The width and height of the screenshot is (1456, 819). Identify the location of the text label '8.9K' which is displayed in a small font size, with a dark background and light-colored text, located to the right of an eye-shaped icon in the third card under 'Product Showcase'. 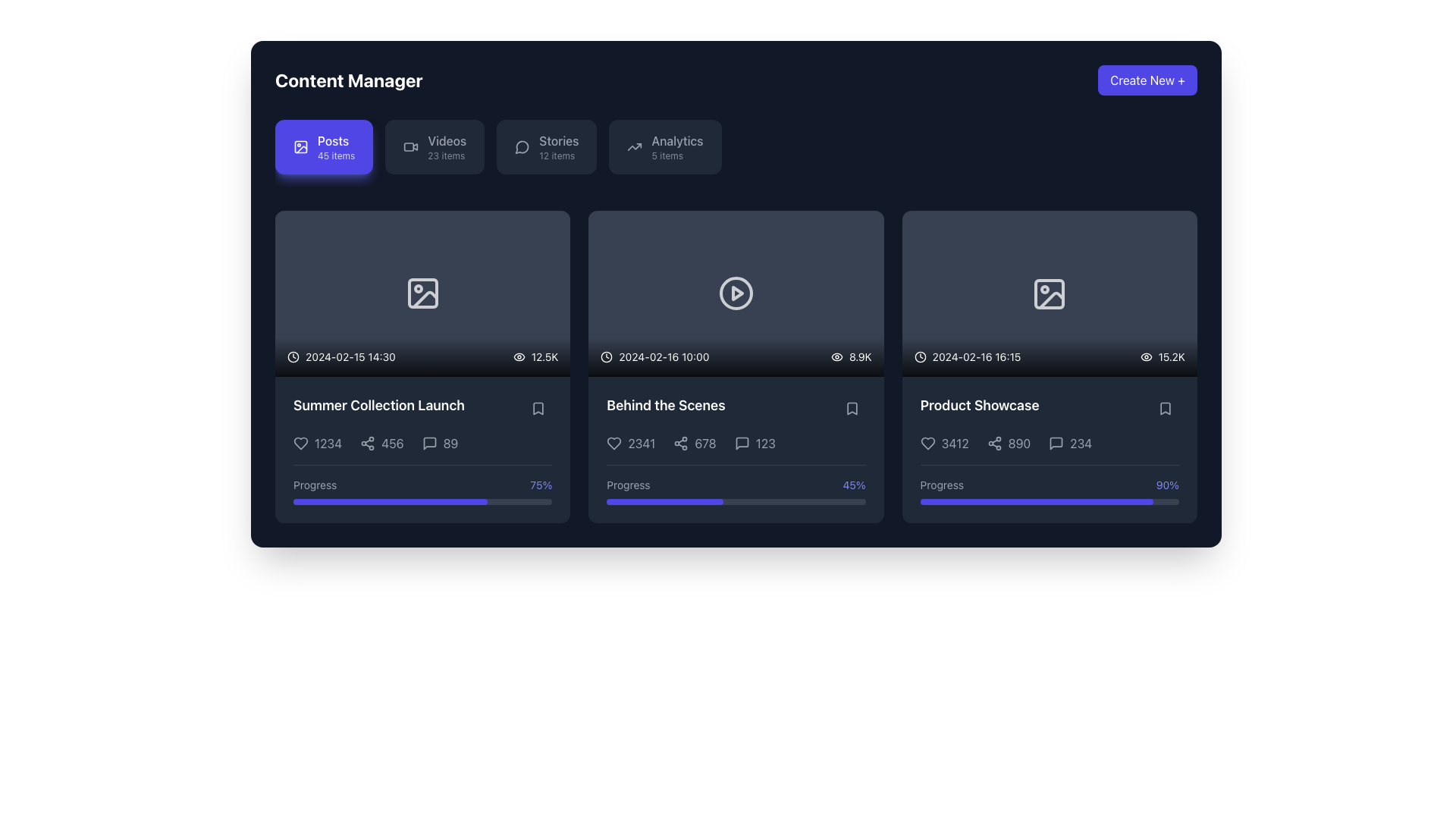
(860, 356).